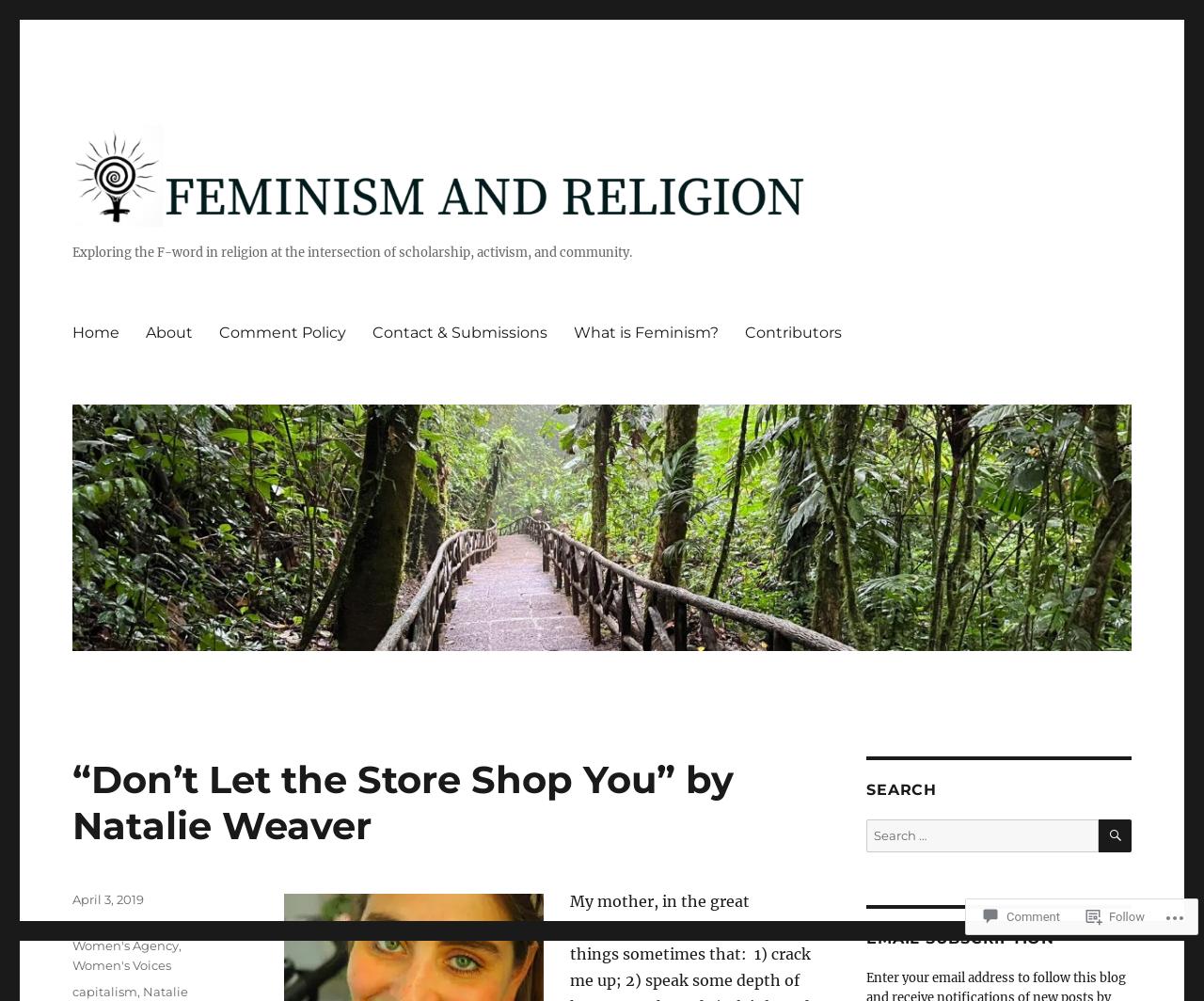  Describe the element at coordinates (1006, 914) in the screenshot. I see `'Comment'` at that location.